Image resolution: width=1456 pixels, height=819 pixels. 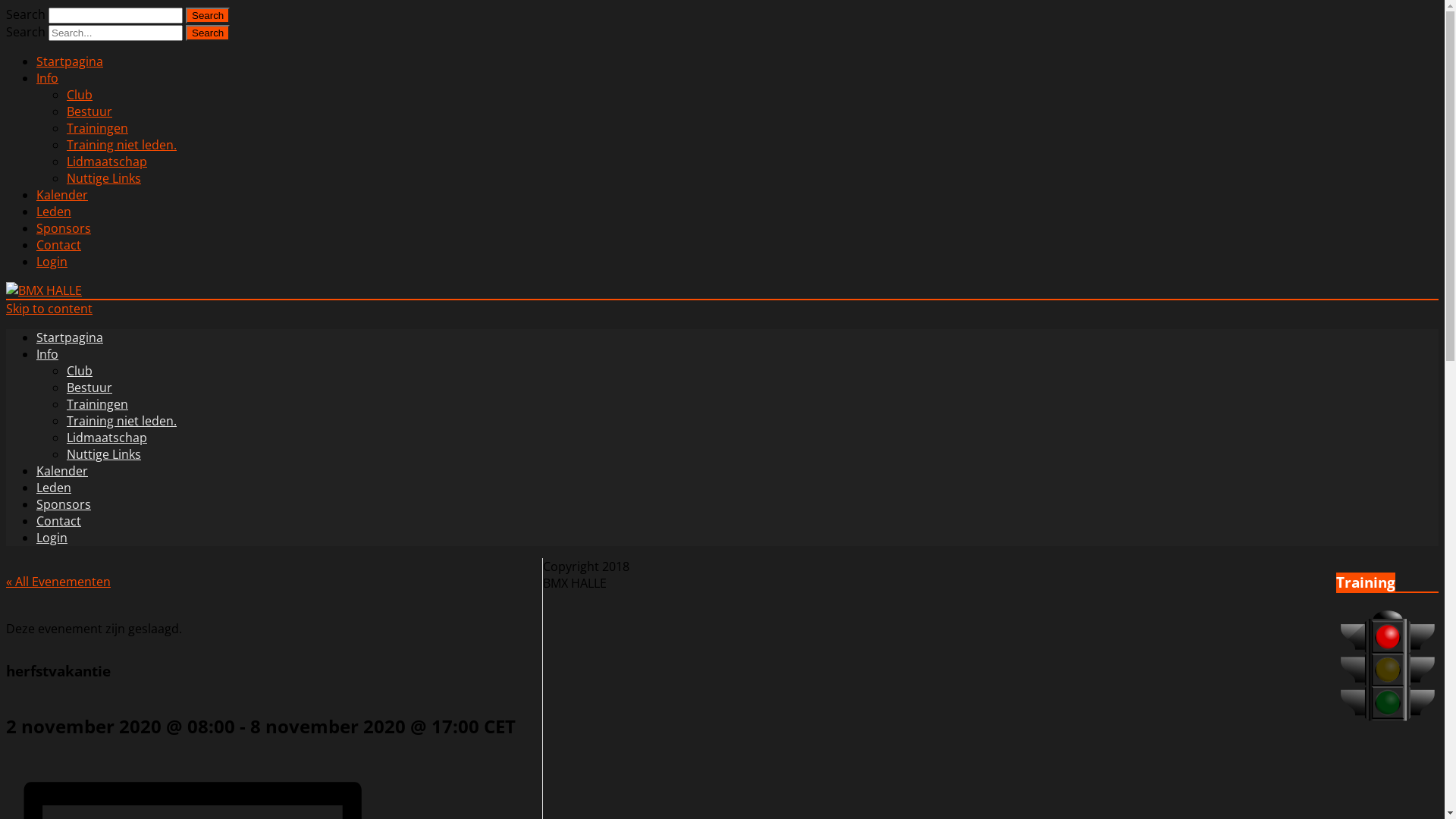 What do you see at coordinates (6, 308) in the screenshot?
I see `'Skip to content'` at bounding box center [6, 308].